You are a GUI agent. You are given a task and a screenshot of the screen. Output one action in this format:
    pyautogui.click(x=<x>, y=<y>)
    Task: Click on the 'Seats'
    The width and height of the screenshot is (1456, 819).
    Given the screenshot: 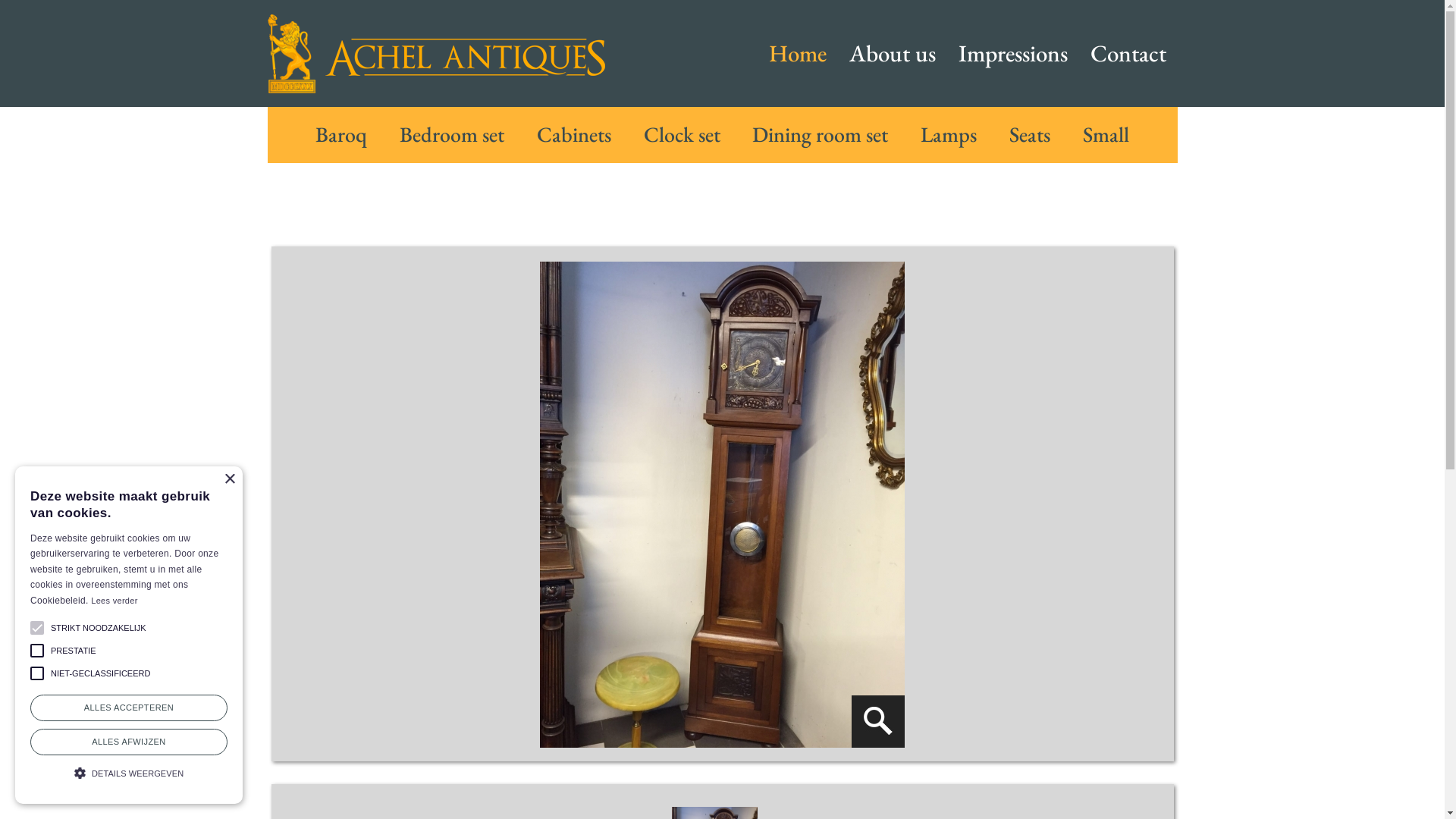 What is the action you would take?
    pyautogui.click(x=1009, y=133)
    